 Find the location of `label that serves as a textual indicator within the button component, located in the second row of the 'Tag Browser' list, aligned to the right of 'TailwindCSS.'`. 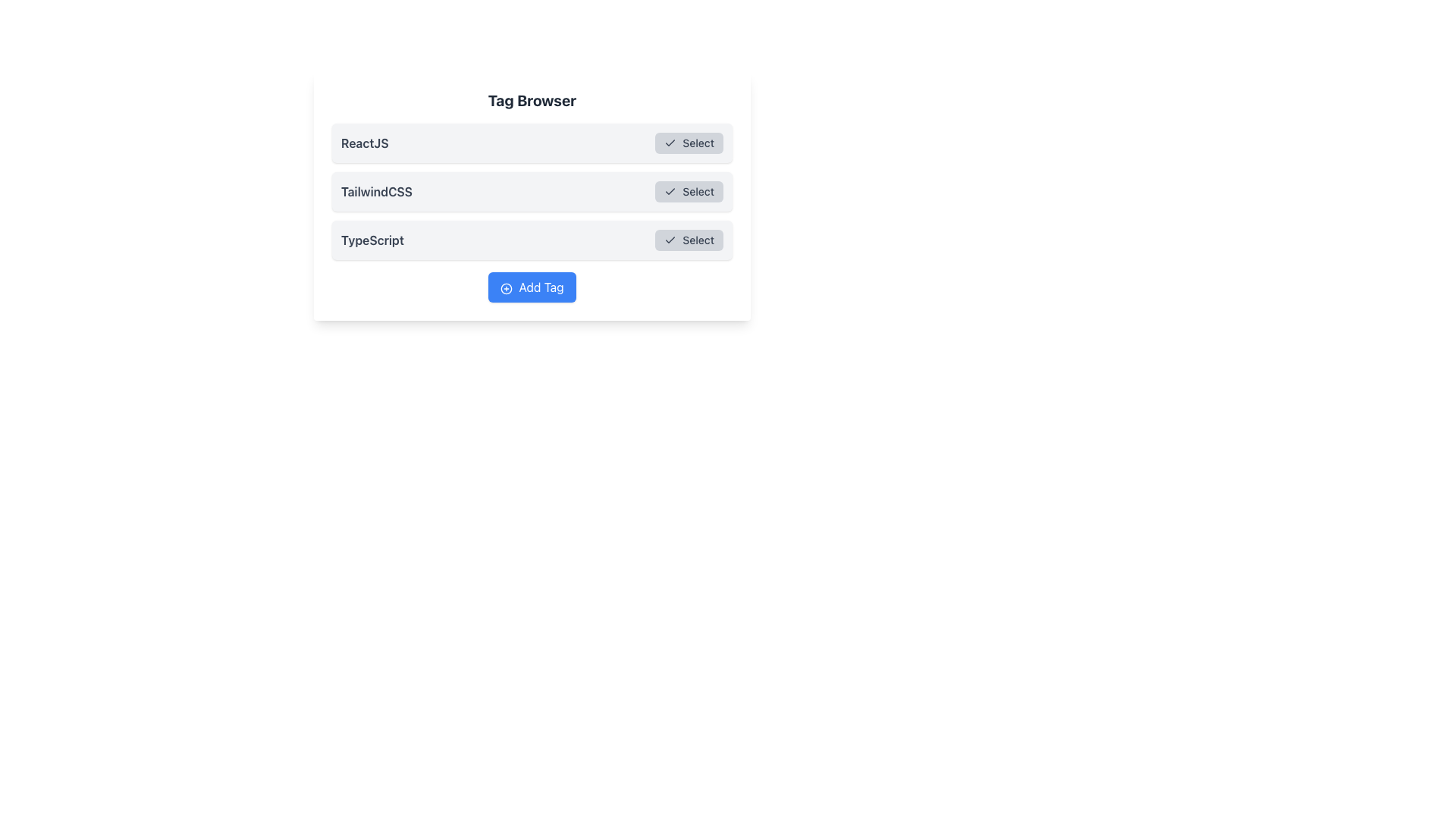

label that serves as a textual indicator within the button component, located in the second row of the 'Tag Browser' list, aligned to the right of 'TailwindCSS.' is located at coordinates (698, 191).